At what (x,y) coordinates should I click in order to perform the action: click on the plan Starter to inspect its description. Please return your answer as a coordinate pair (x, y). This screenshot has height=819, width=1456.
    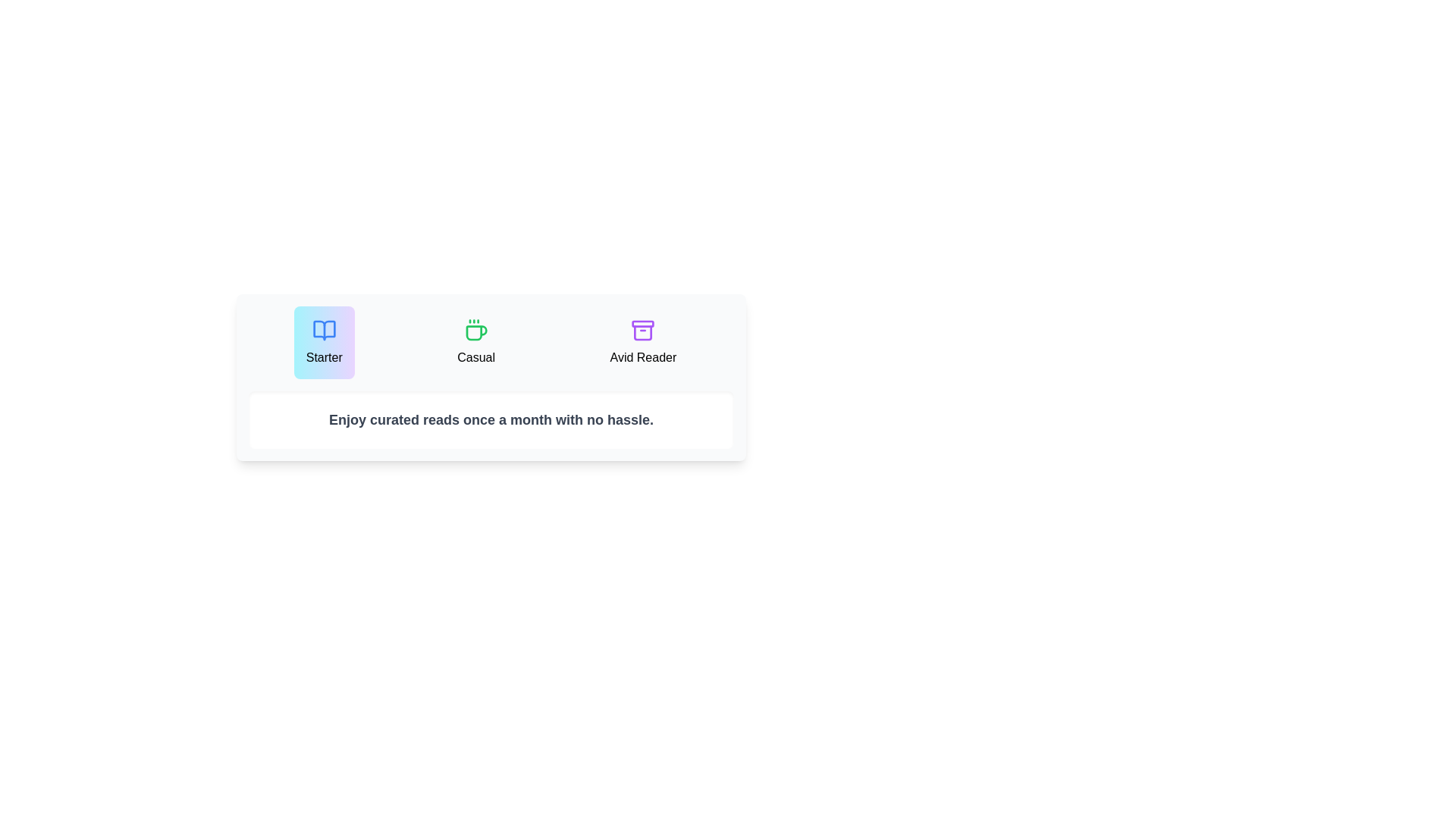
    Looking at the image, I should click on (323, 342).